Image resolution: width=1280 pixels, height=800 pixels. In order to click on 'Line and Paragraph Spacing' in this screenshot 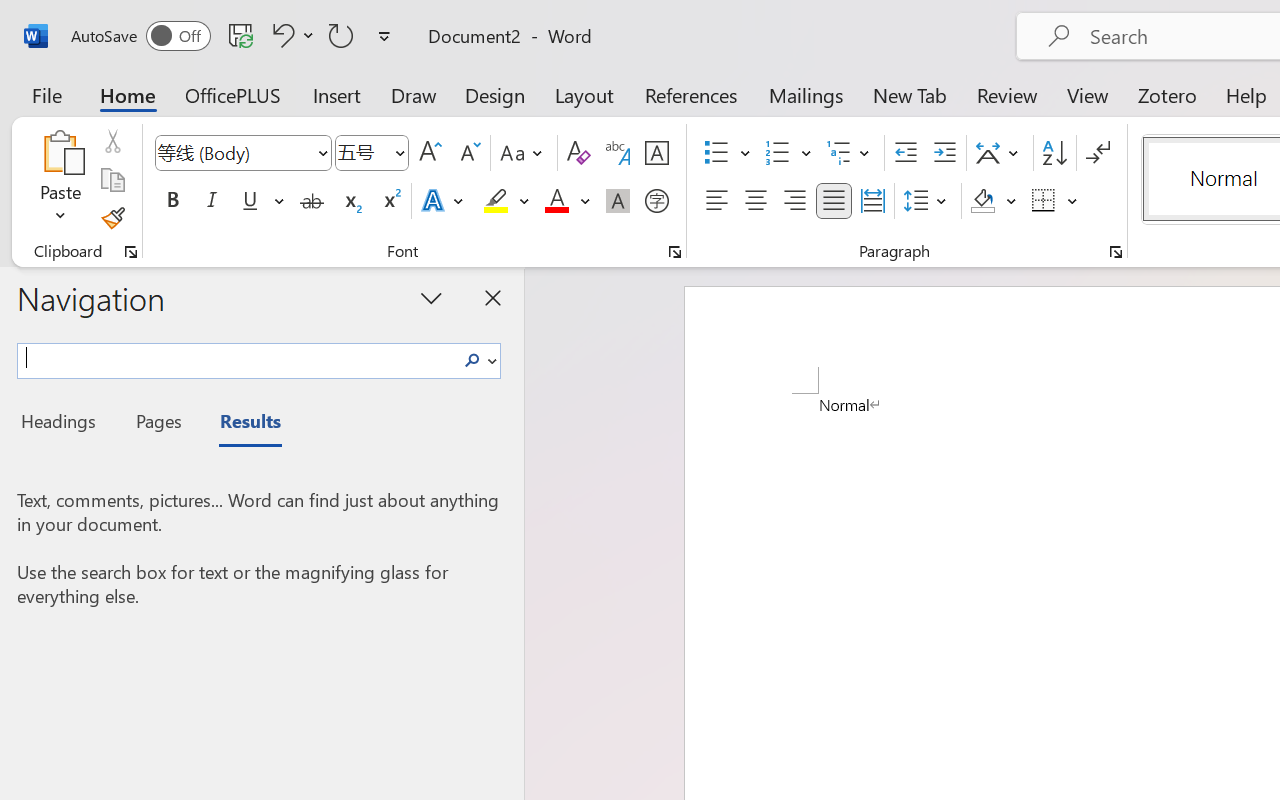, I will do `click(927, 201)`.